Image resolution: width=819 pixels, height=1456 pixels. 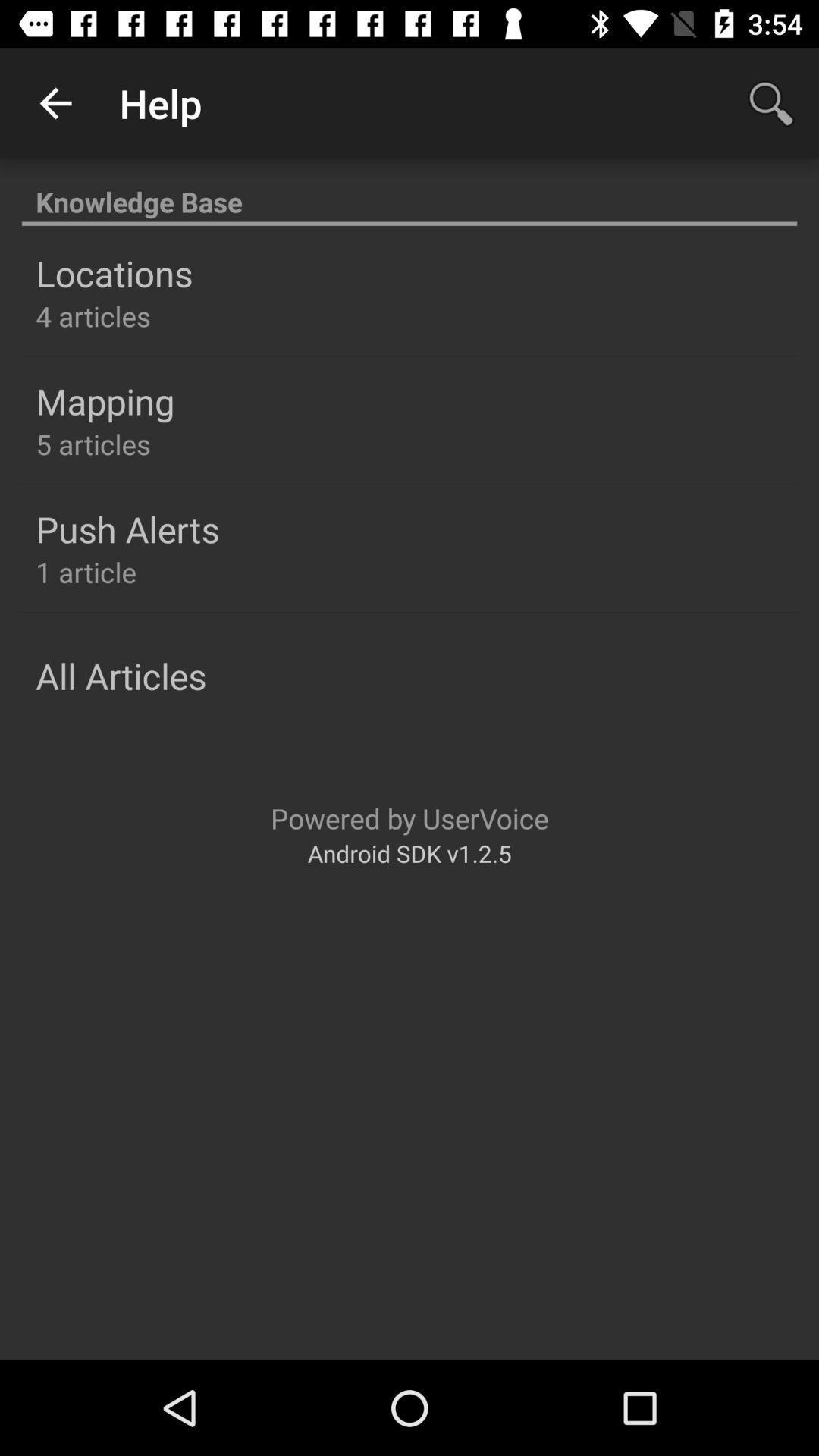 I want to click on knowledge base, so click(x=409, y=193).